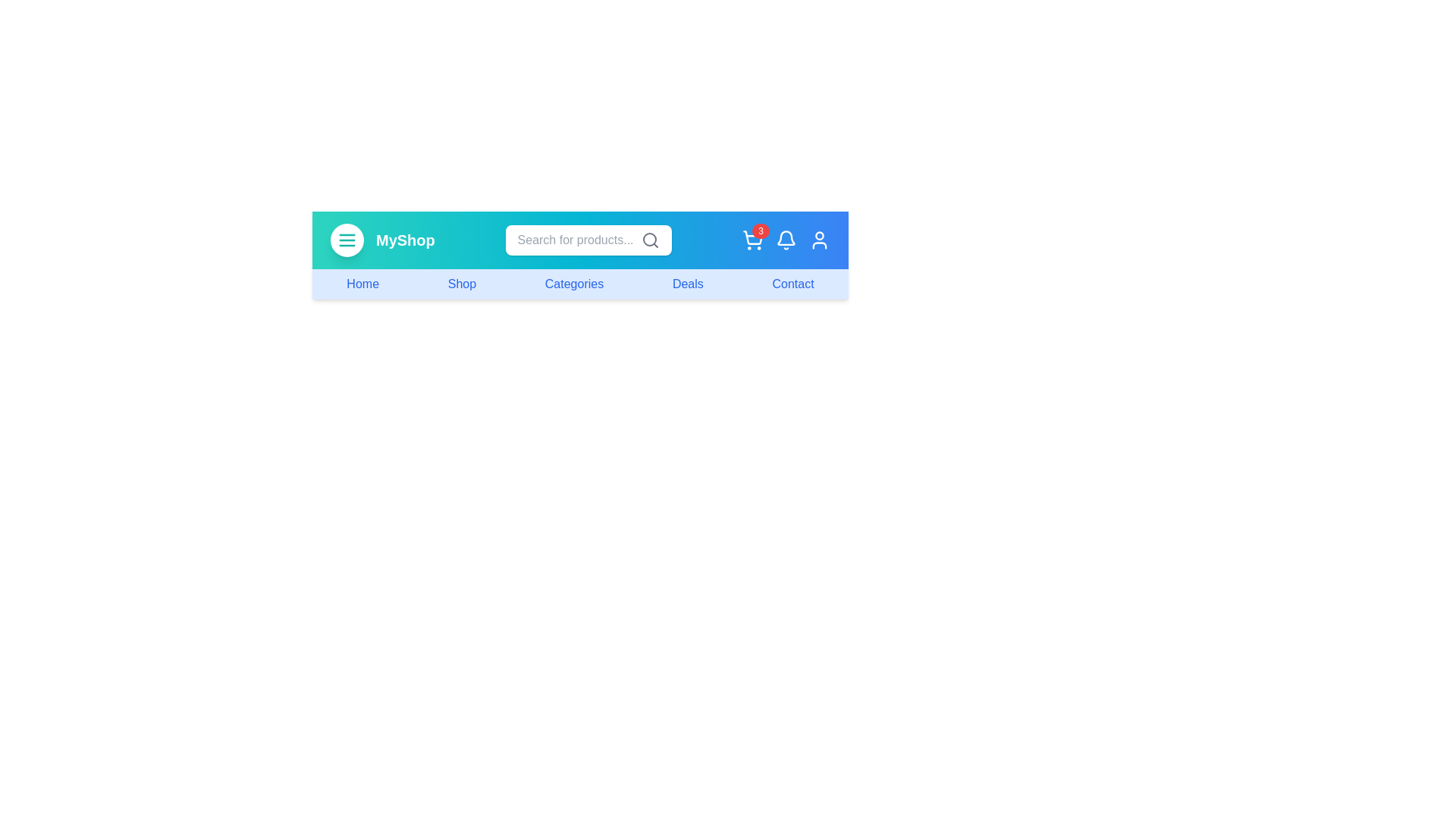 The width and height of the screenshot is (1456, 819). What do you see at coordinates (573, 284) in the screenshot?
I see `the navigation link labeled Categories to navigate to the corresponding section` at bounding box center [573, 284].